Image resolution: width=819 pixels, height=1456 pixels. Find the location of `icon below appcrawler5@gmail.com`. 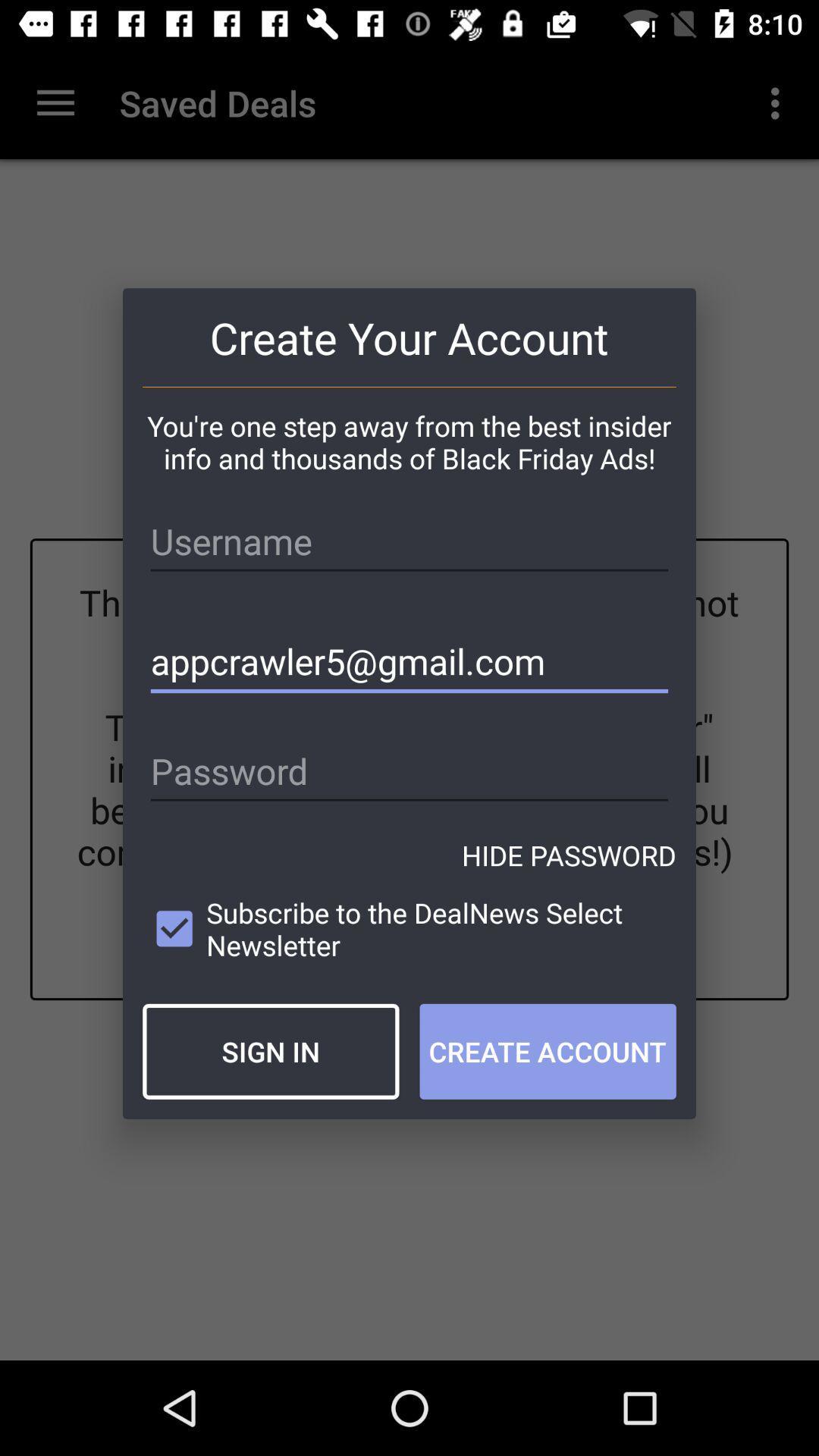

icon below appcrawler5@gmail.com is located at coordinates (409, 771).